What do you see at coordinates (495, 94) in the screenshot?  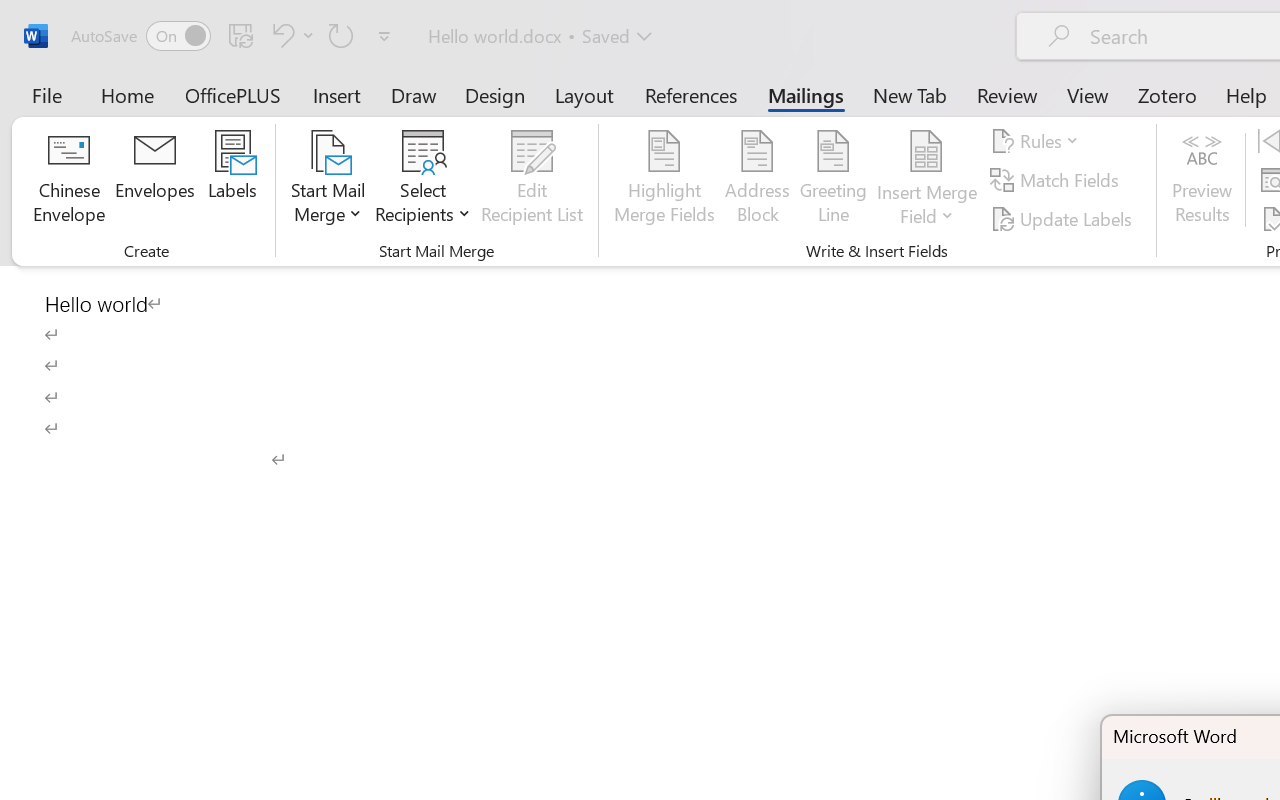 I see `'Design'` at bounding box center [495, 94].